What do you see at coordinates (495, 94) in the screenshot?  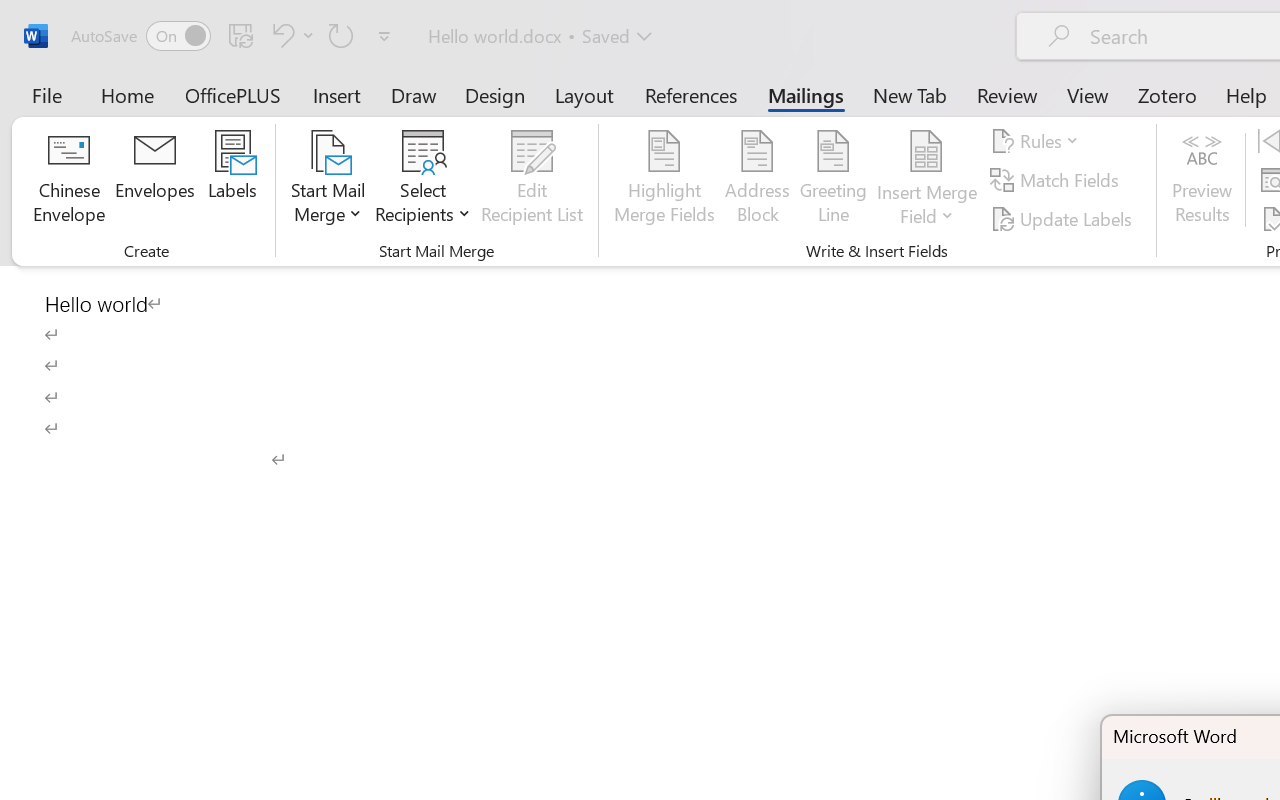 I see `'Design'` at bounding box center [495, 94].